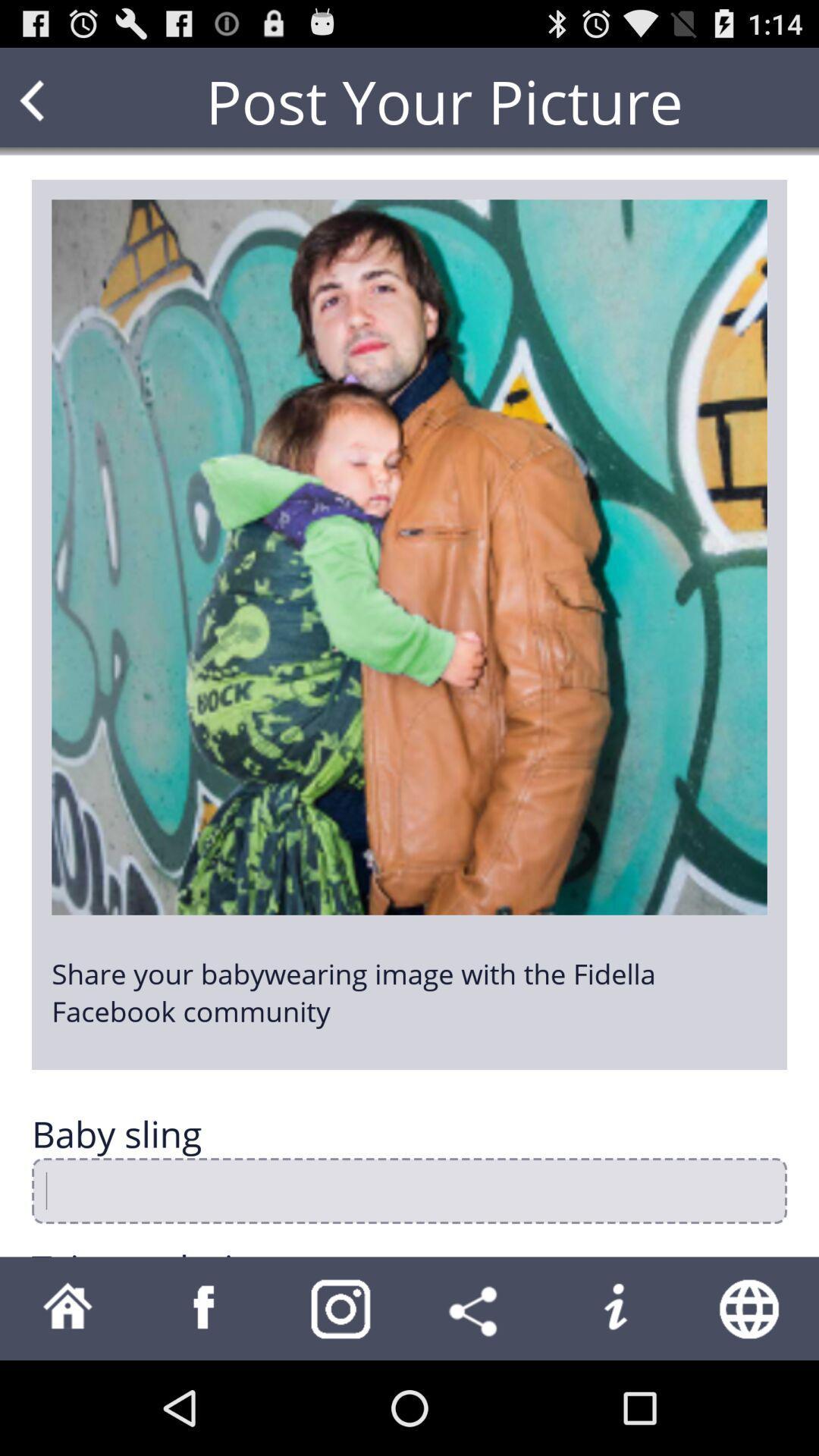 The height and width of the screenshot is (1456, 819). I want to click on the facebook icon, so click(205, 1400).